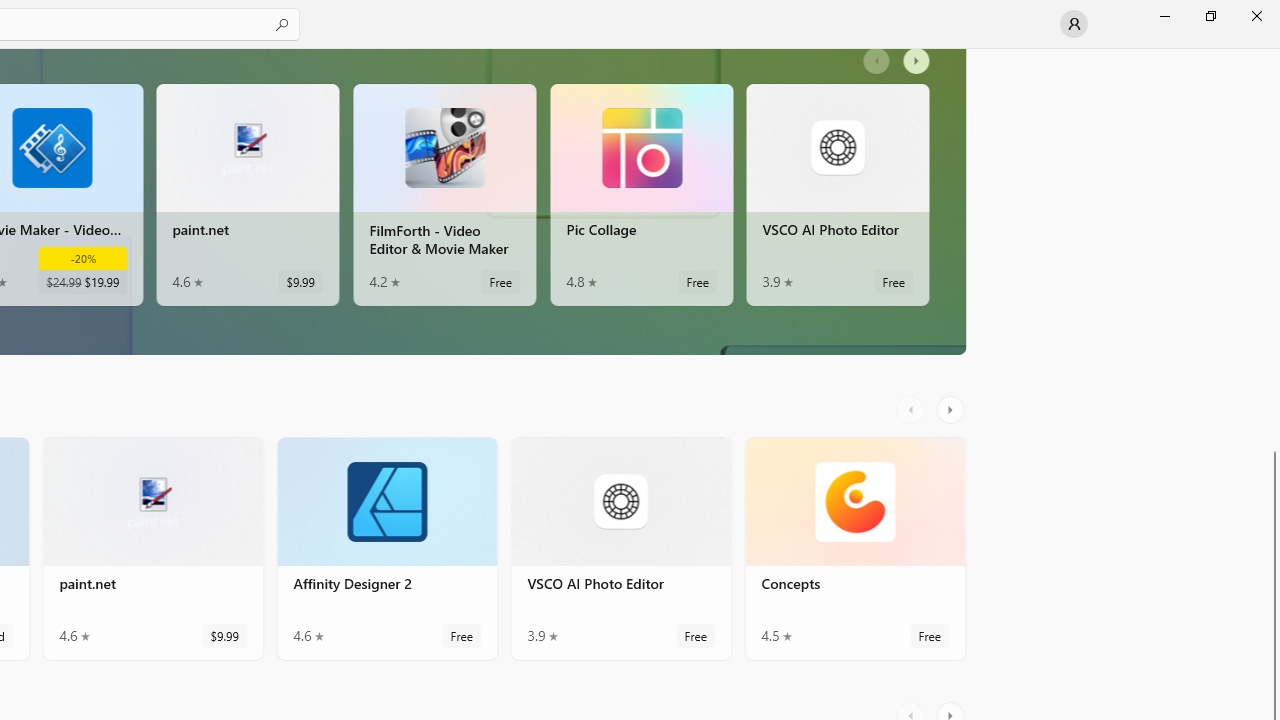 The width and height of the screenshot is (1280, 720). I want to click on 'Pic Collage. Average rating of 4.8 out of five stars. Free  ', so click(641, 194).